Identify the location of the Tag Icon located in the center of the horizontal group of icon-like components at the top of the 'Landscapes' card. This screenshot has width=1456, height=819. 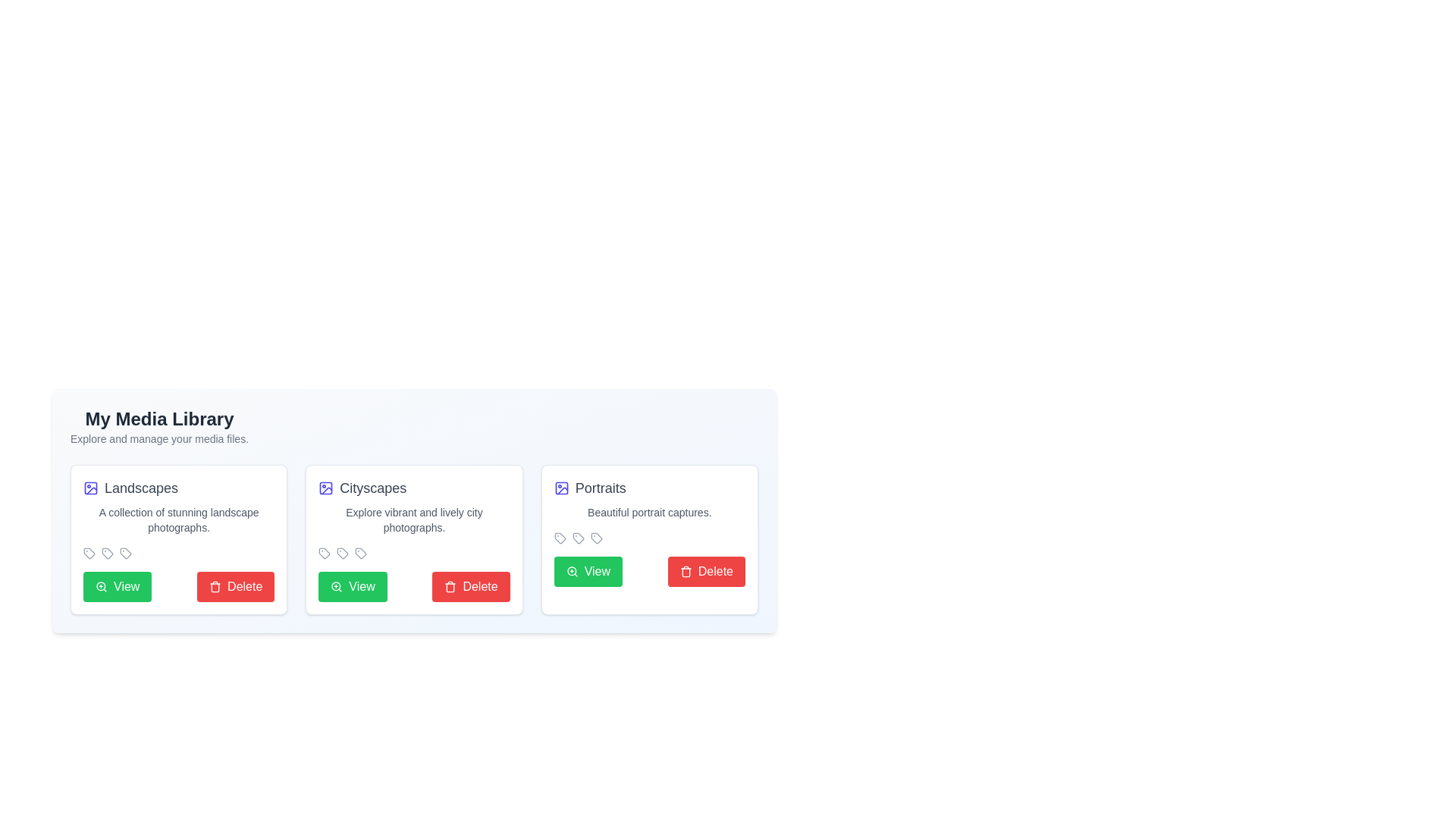
(107, 553).